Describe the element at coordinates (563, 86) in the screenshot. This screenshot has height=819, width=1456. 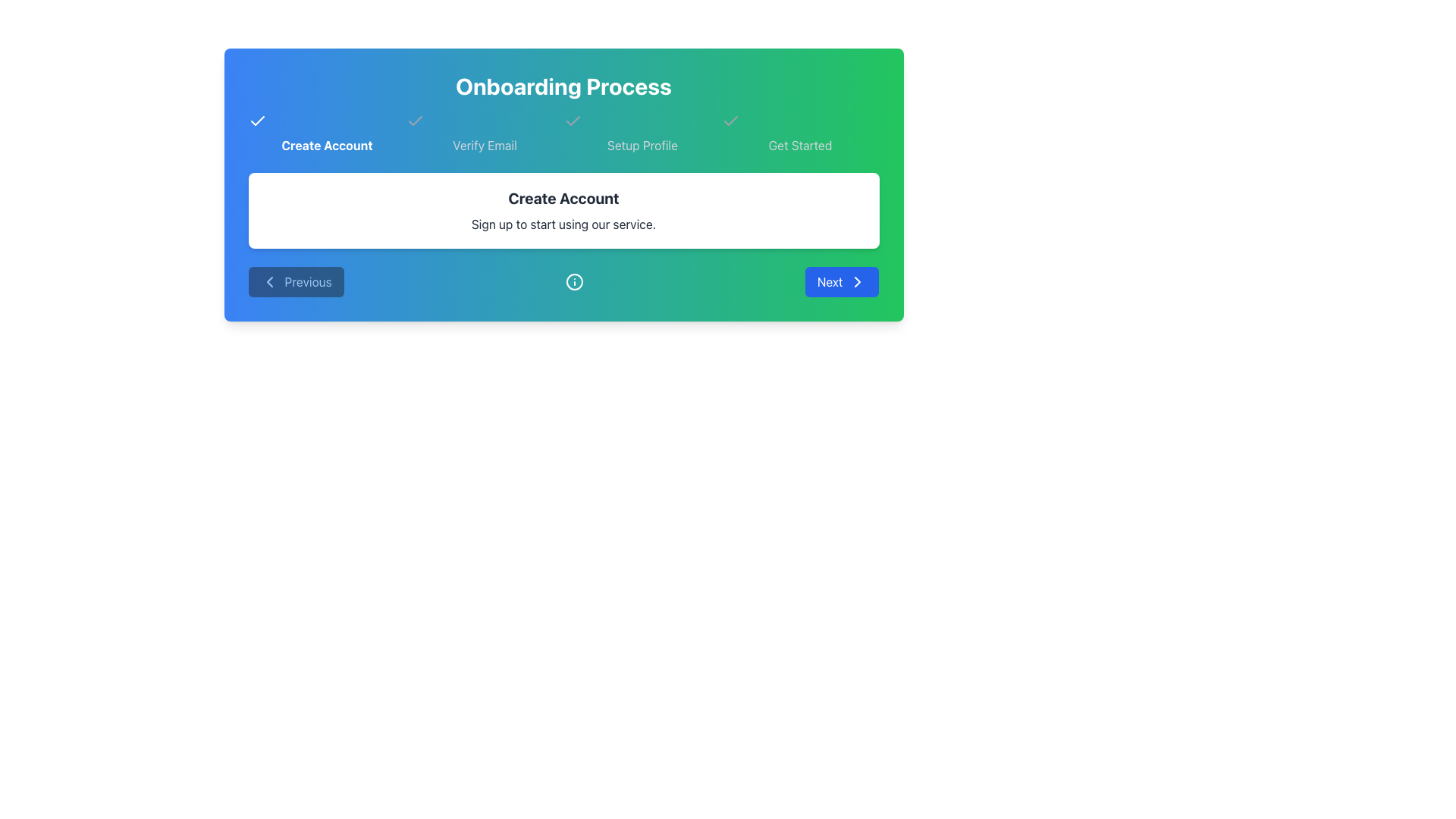
I see `title text element located at the center of the top section of the onboarding interface, which provides context about the current workflow` at that location.